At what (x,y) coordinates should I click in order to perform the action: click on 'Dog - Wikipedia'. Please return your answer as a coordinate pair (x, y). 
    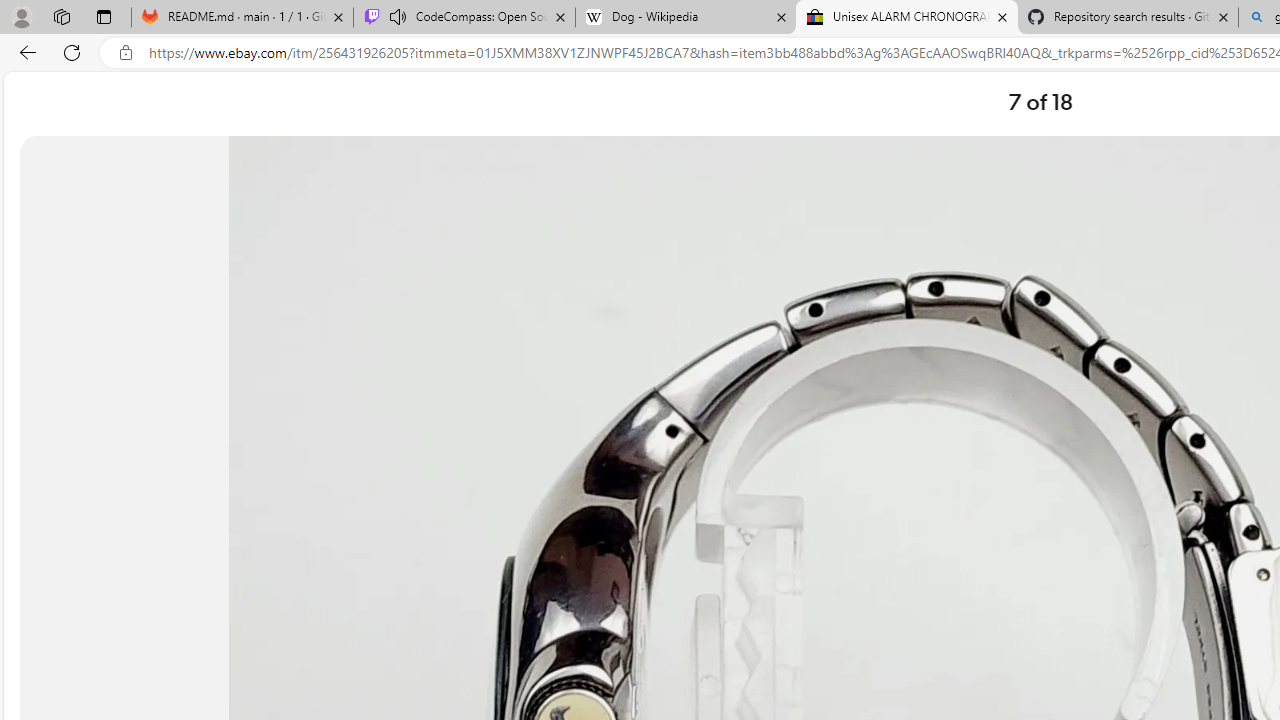
    Looking at the image, I should click on (686, 17).